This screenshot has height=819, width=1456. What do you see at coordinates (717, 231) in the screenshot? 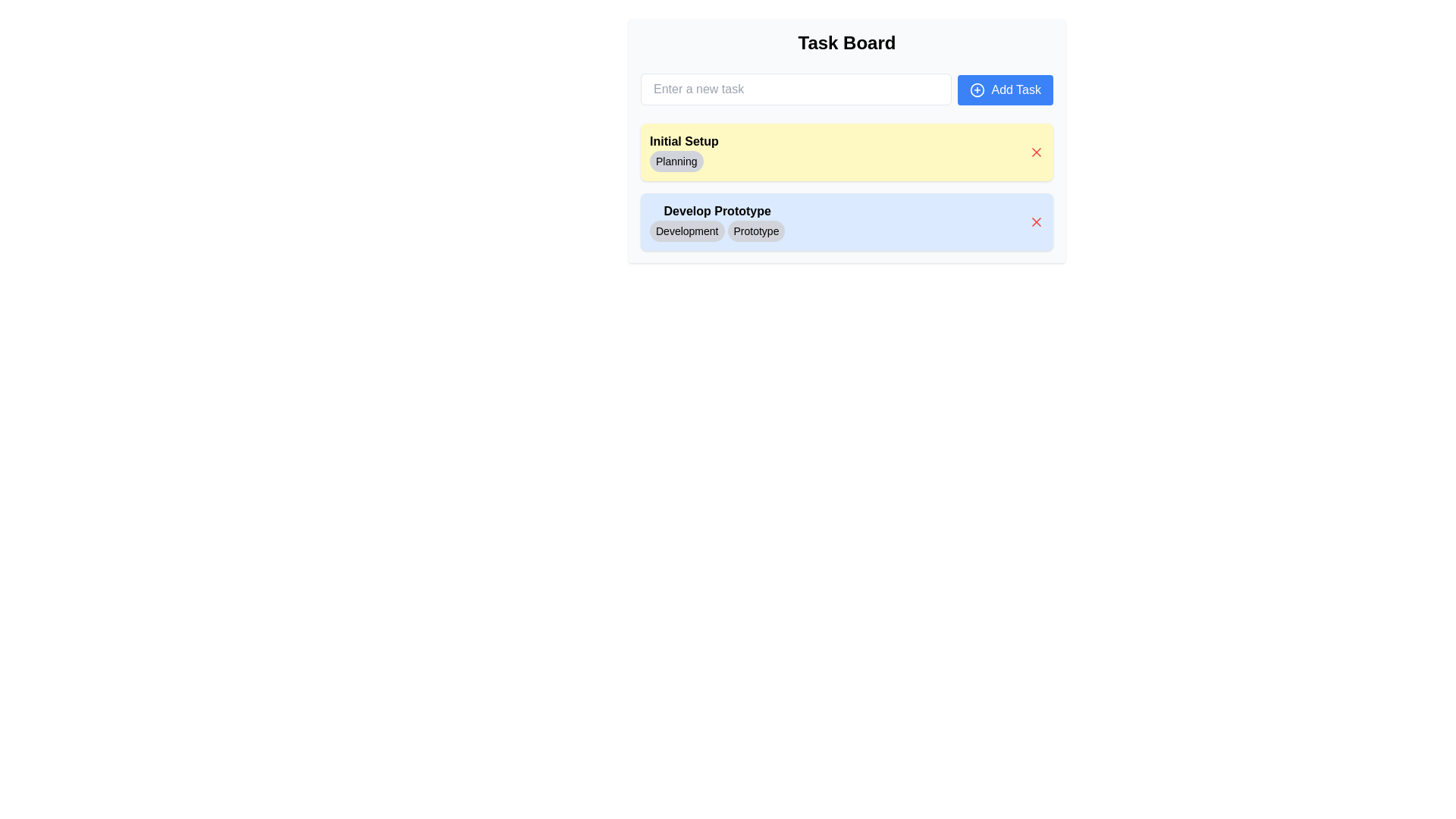
I see `the Tag group that visually indicates the tags associated with the task titled 'Develop Prototype', located at the bottom right of the task entry area, next to the delete button` at bounding box center [717, 231].